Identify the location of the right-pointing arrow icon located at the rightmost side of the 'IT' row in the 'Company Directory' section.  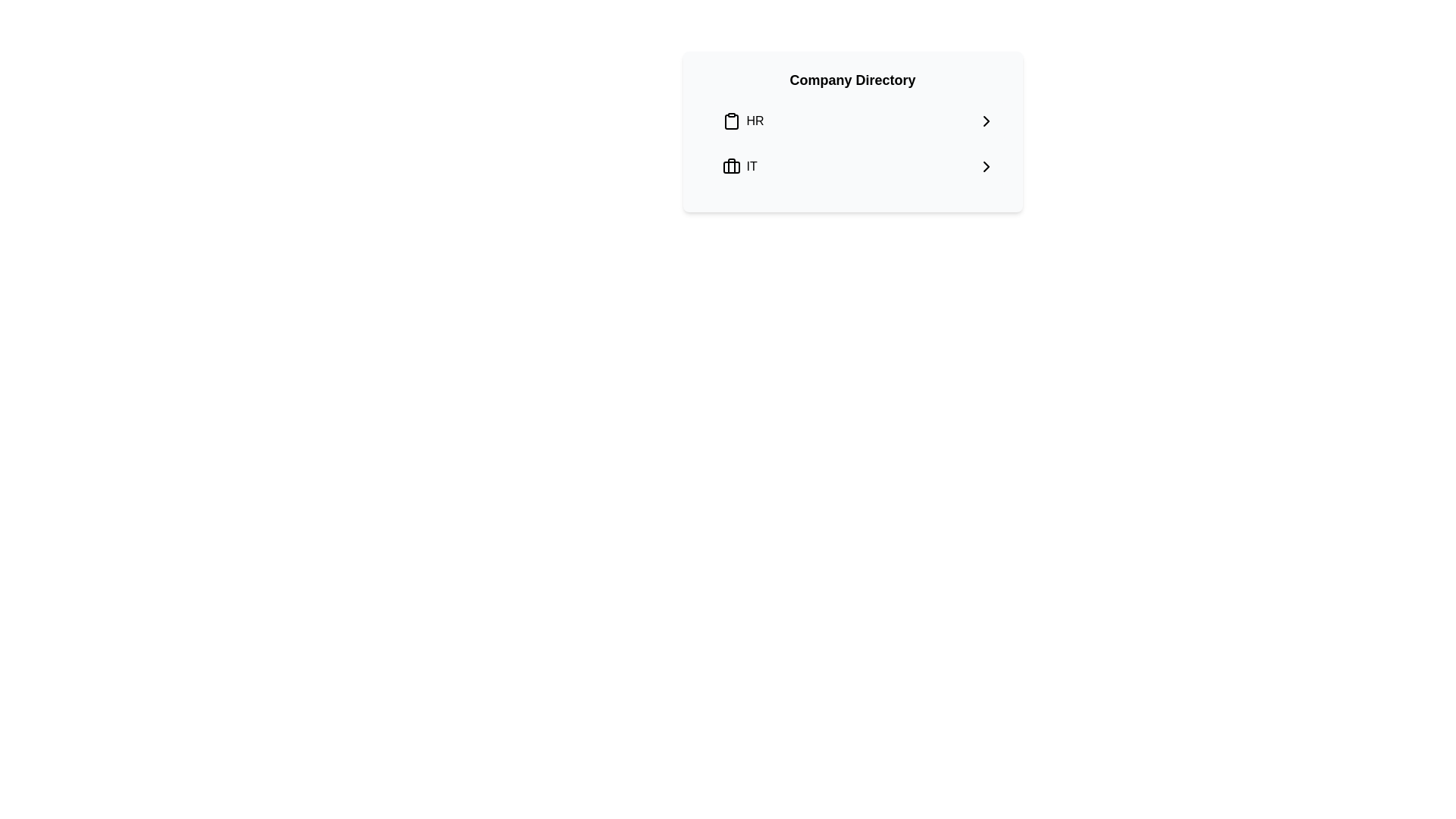
(986, 166).